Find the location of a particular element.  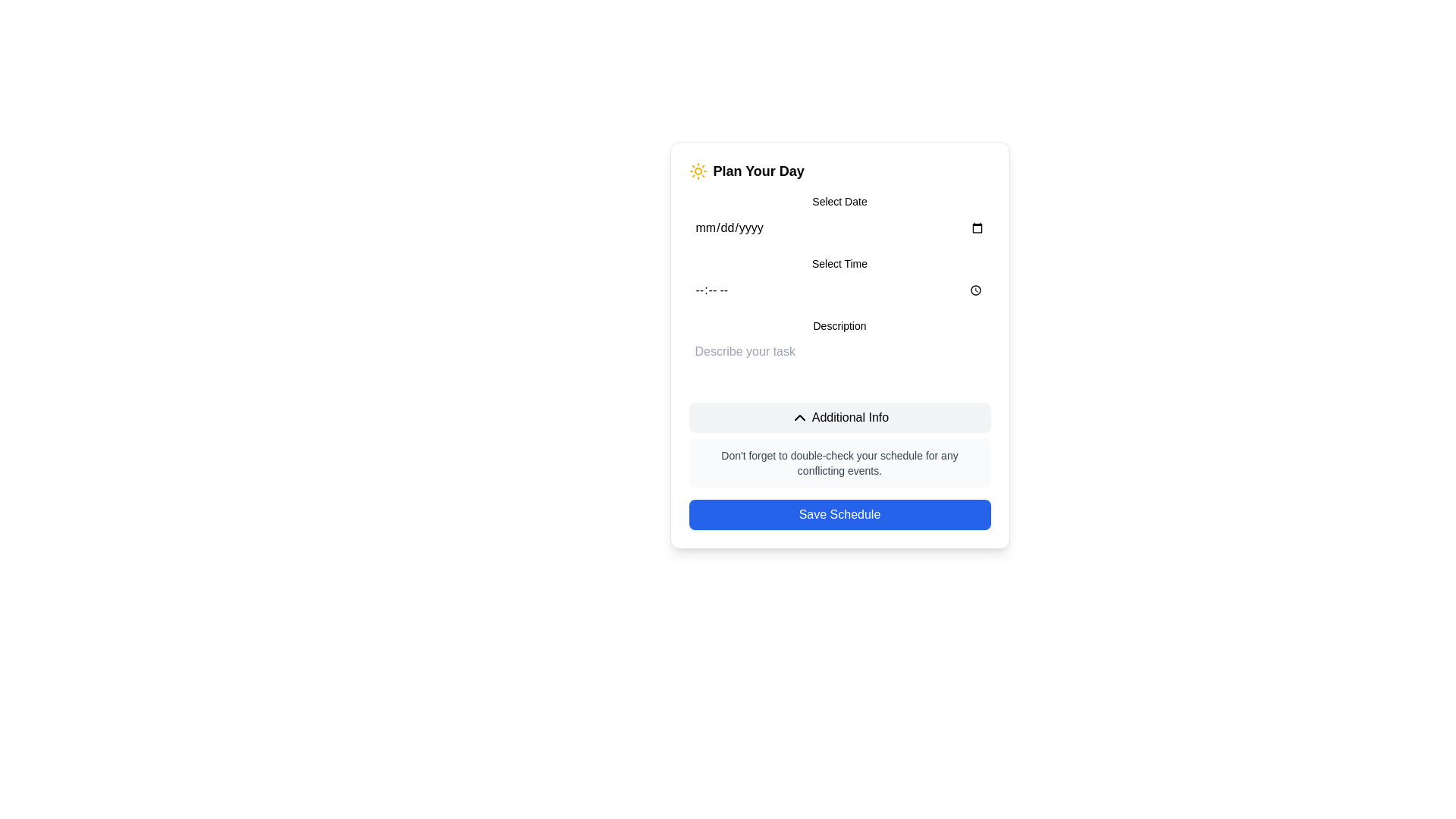

the text label displaying 'Description' that is positioned above the text input field in the 'Plan Your Day' form is located at coordinates (839, 325).